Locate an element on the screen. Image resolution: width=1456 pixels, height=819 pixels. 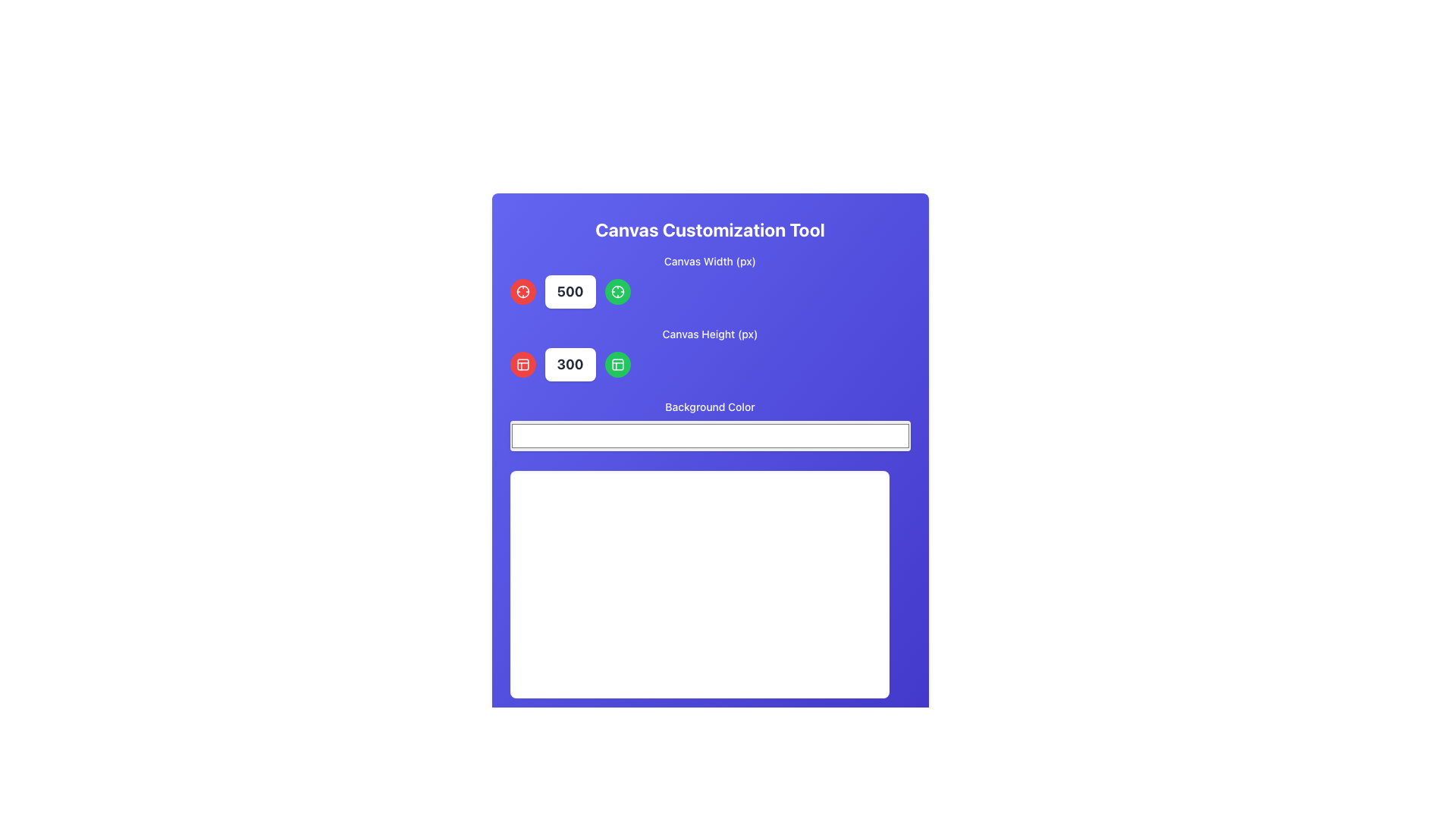
the Canvas or Content Box located at the center of the layout, beneath the 'Background Color' input field, serving as a display region for content is located at coordinates (698, 584).